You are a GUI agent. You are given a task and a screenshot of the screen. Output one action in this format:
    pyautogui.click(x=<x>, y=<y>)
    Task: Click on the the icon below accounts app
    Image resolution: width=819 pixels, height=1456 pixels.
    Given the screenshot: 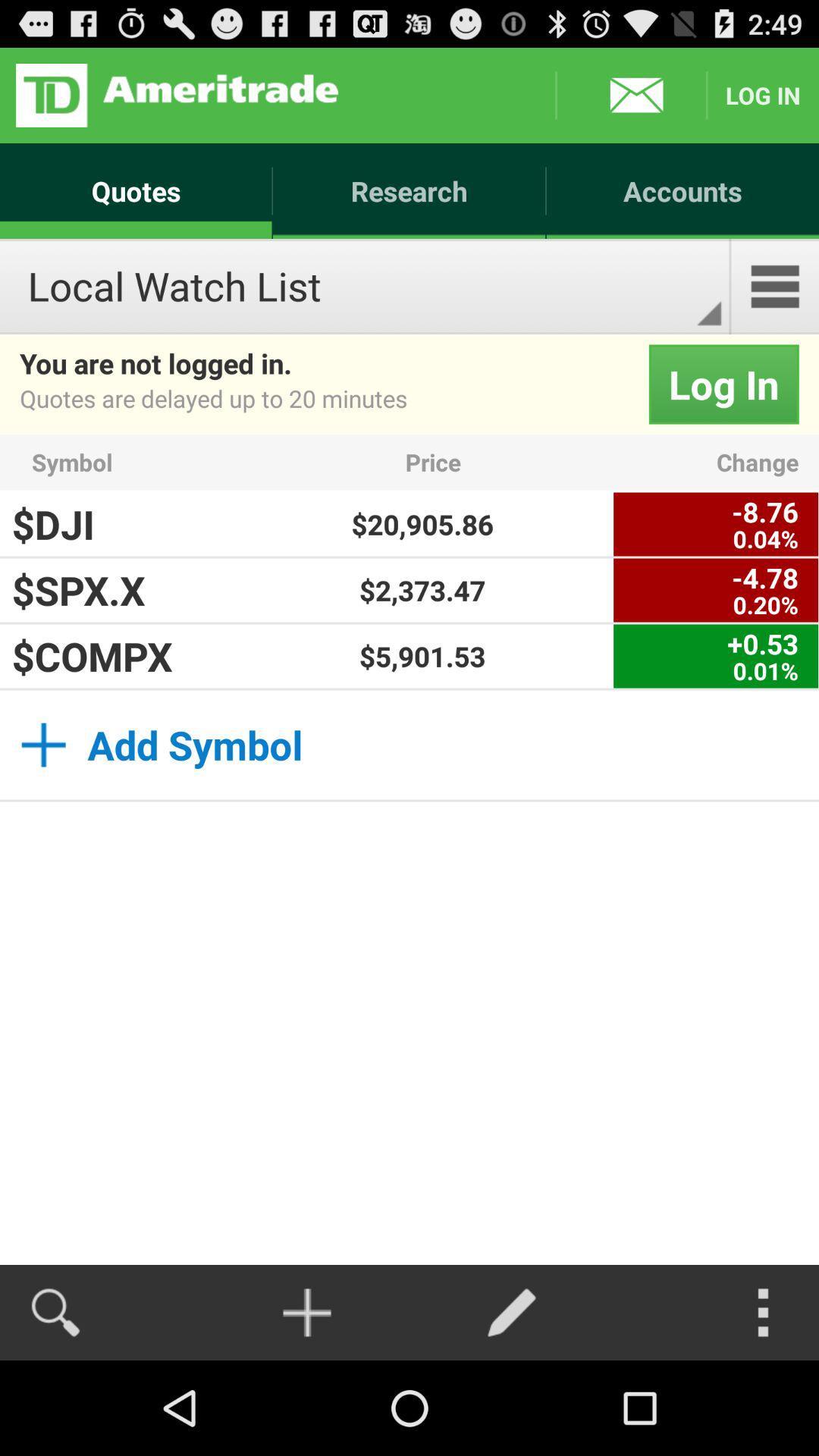 What is the action you would take?
    pyautogui.click(x=775, y=287)
    